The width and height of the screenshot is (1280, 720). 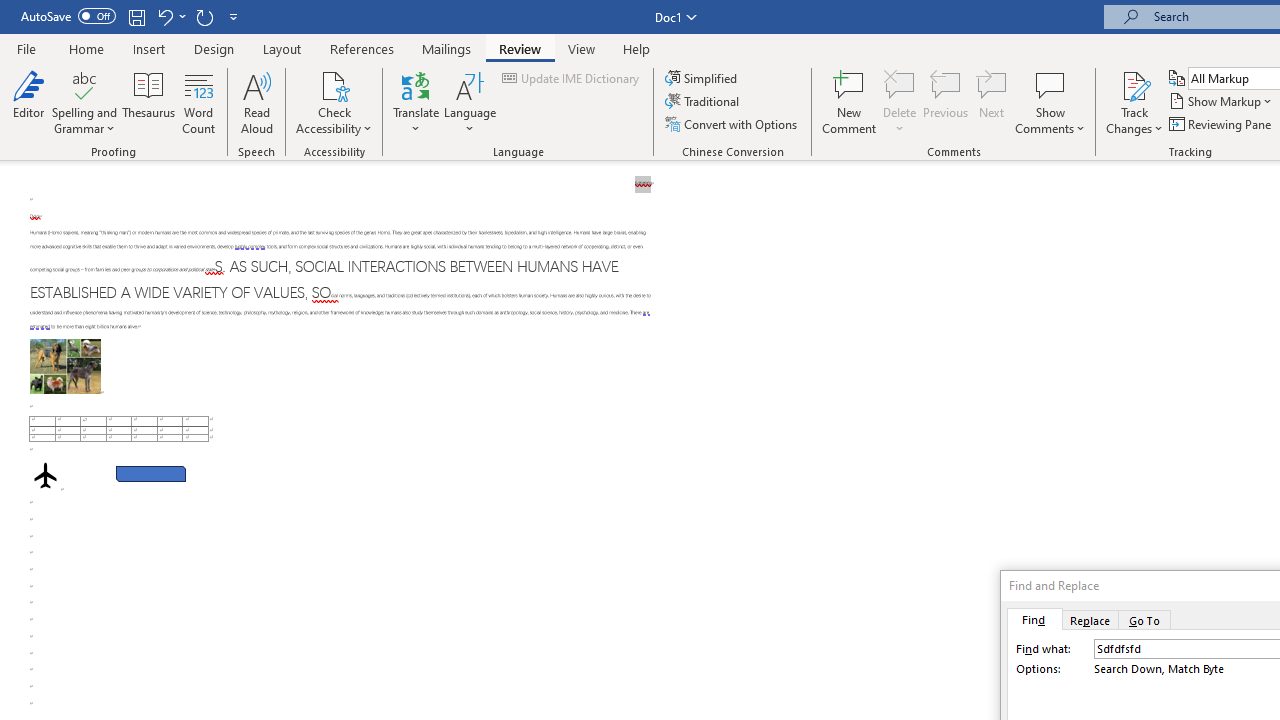 What do you see at coordinates (1049, 84) in the screenshot?
I see `'Show Comments'` at bounding box center [1049, 84].